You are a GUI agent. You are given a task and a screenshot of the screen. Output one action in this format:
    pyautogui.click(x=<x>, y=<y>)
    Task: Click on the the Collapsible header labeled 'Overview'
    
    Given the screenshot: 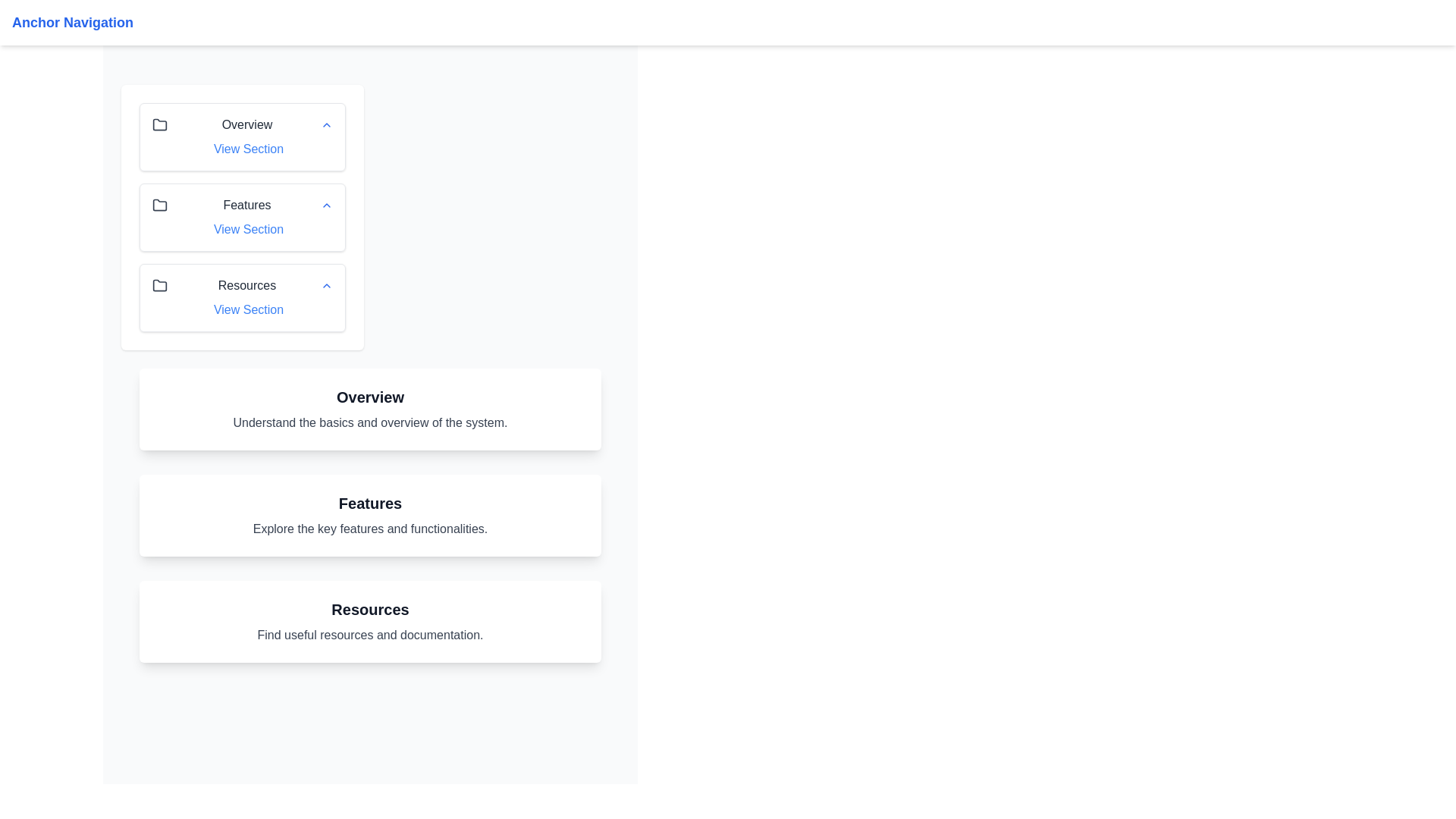 What is the action you would take?
    pyautogui.click(x=243, y=124)
    